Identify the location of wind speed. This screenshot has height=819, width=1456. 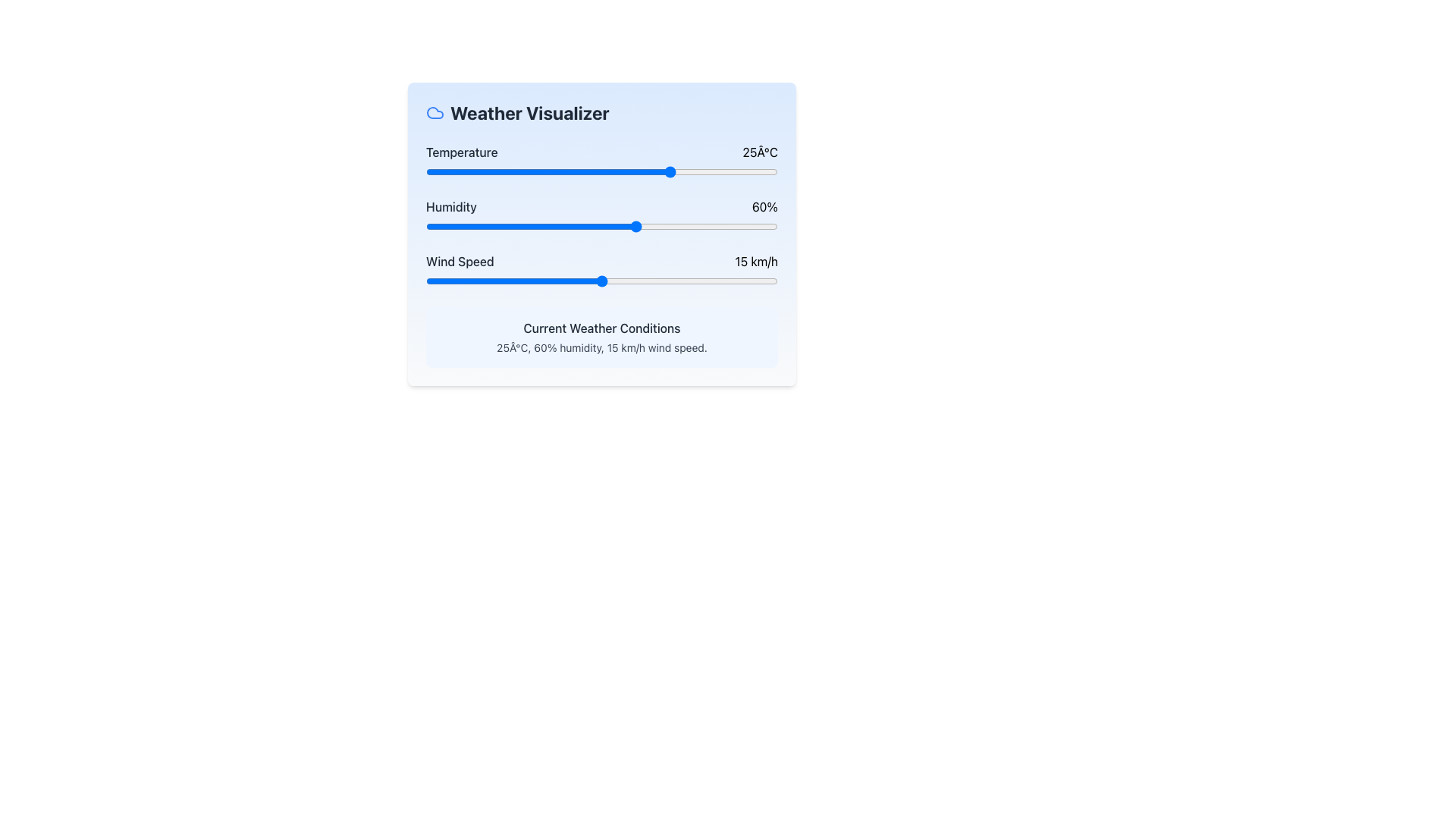
(601, 281).